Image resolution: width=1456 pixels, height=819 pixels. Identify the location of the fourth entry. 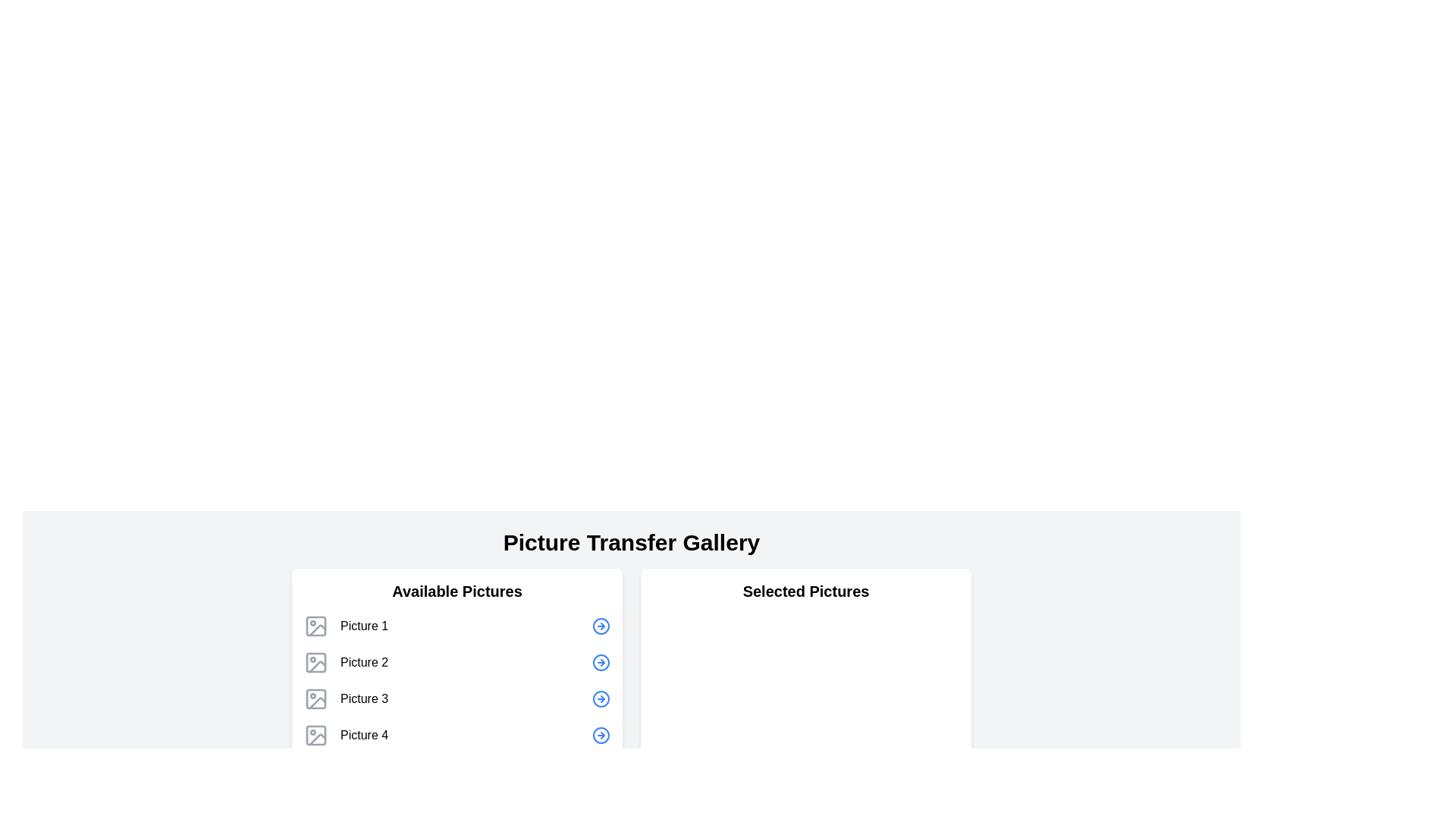
(345, 734).